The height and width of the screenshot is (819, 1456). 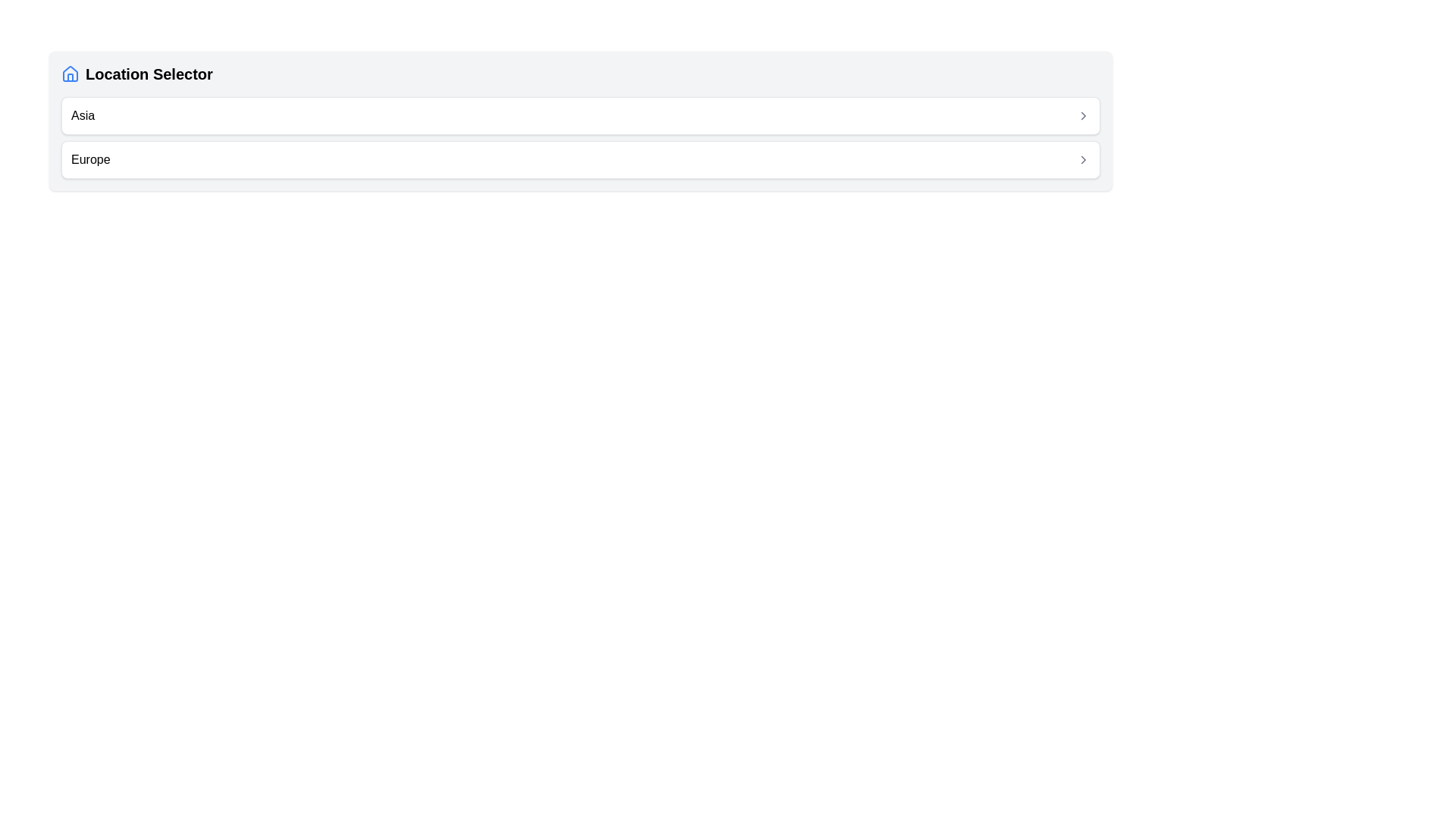 What do you see at coordinates (1083, 160) in the screenshot?
I see `the rightmost icon in the bottom row labeled 'Europe'` at bounding box center [1083, 160].